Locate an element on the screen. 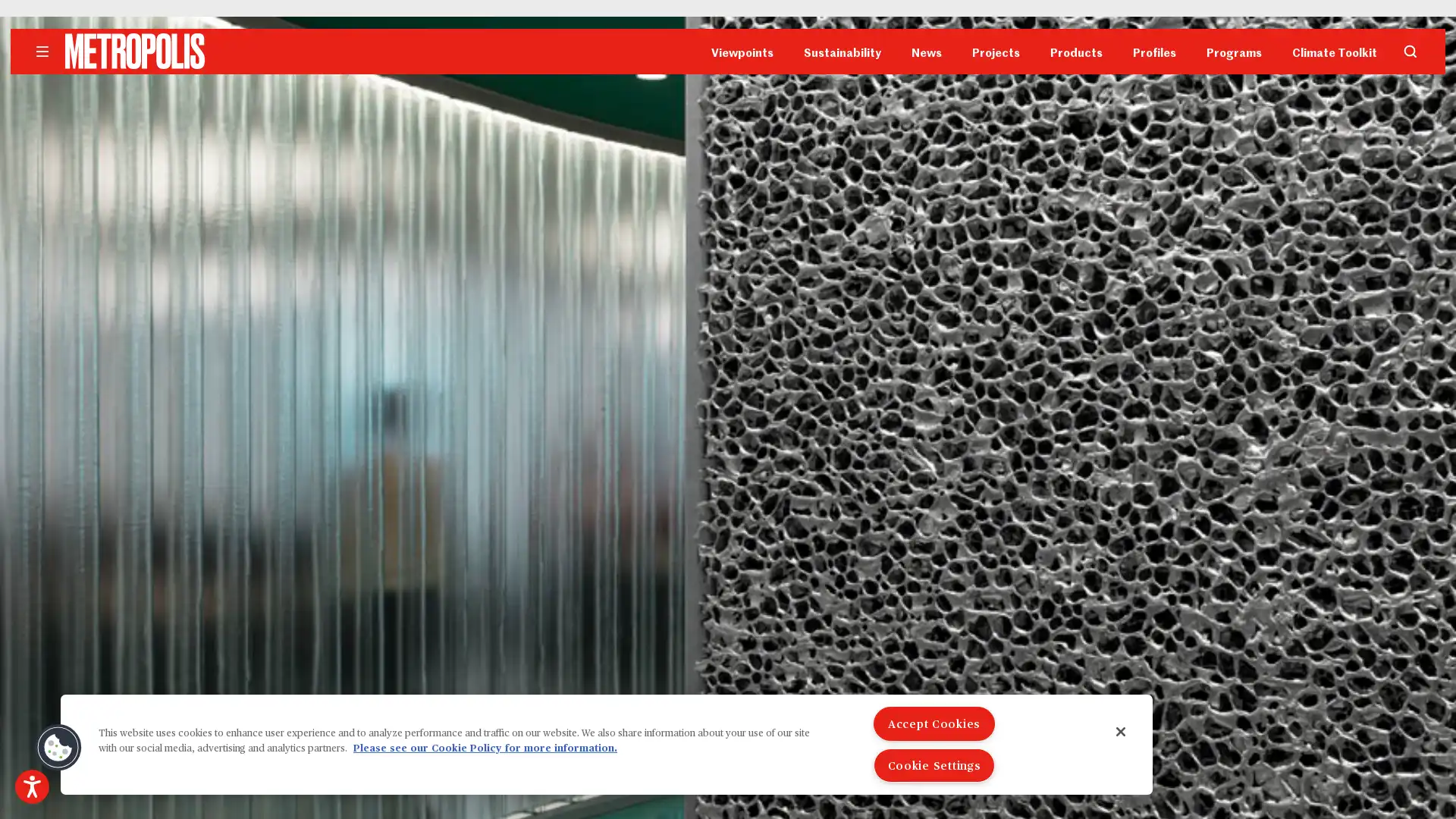 The height and width of the screenshot is (819, 1456). Close is located at coordinates (1121, 730).